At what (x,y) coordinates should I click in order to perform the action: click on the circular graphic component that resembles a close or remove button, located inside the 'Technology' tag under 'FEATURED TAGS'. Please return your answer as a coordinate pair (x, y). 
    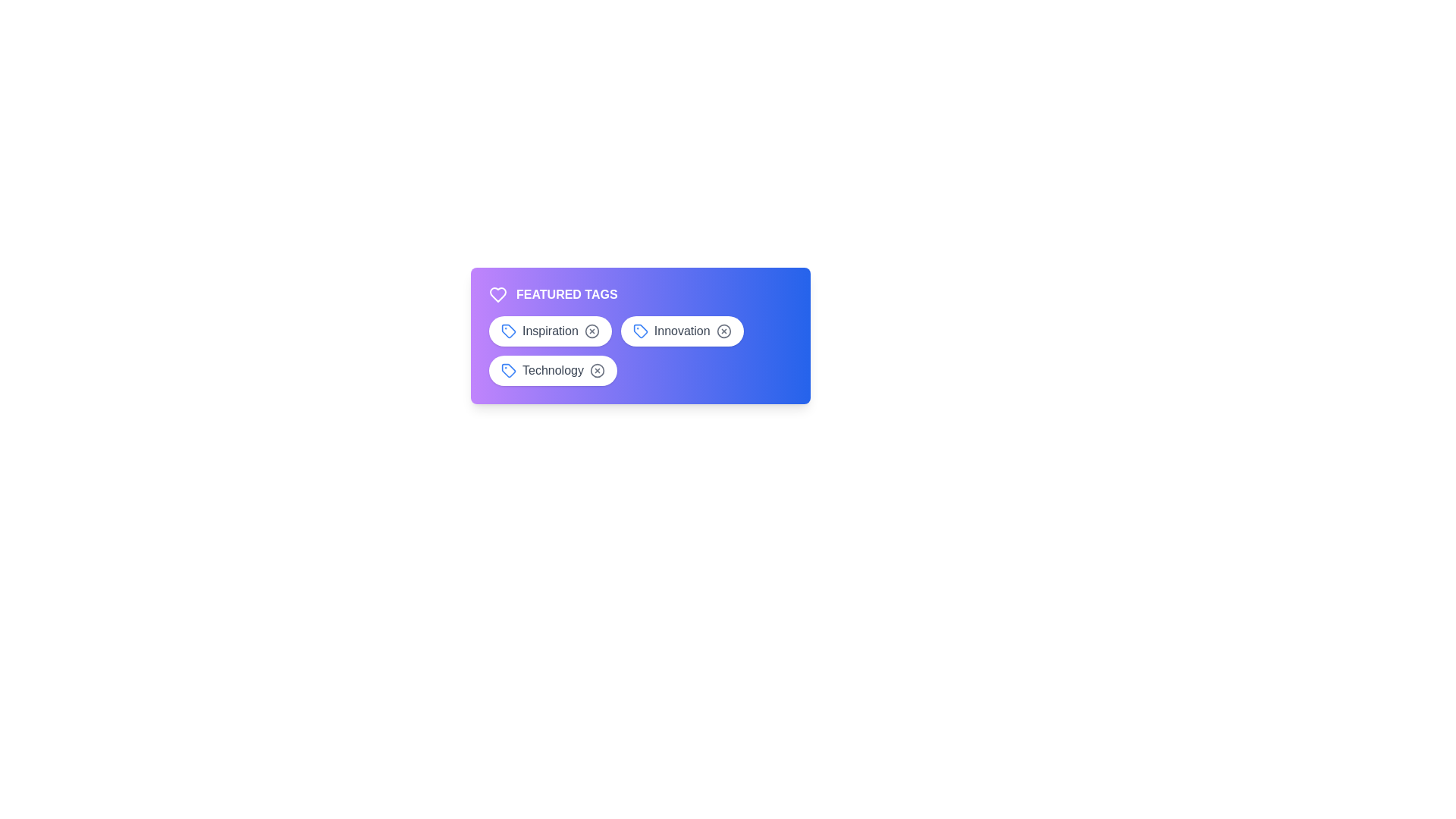
    Looking at the image, I should click on (596, 371).